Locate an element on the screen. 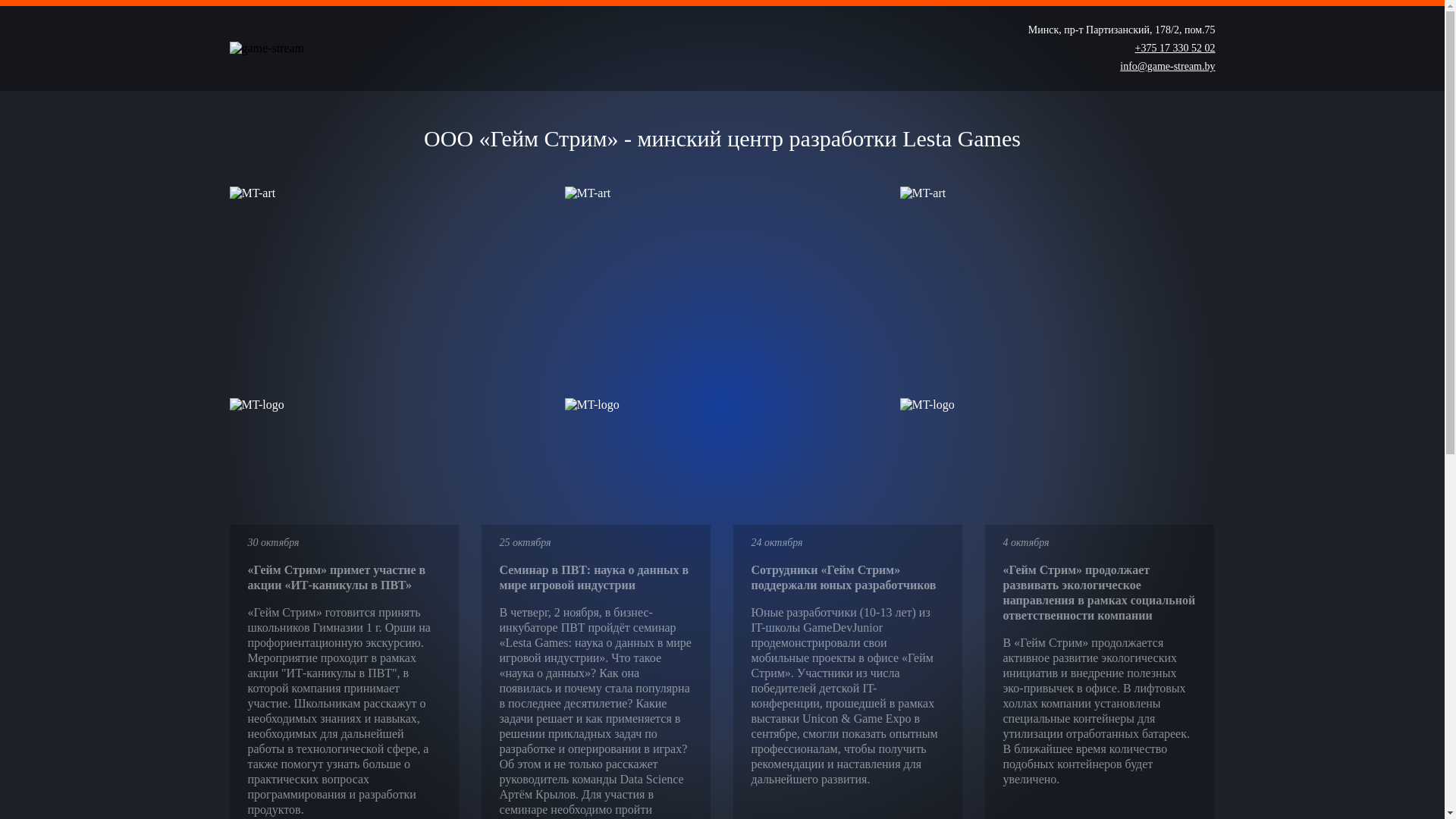 The image size is (1456, 819). '+375 17 330 52 02' is located at coordinates (1175, 48).